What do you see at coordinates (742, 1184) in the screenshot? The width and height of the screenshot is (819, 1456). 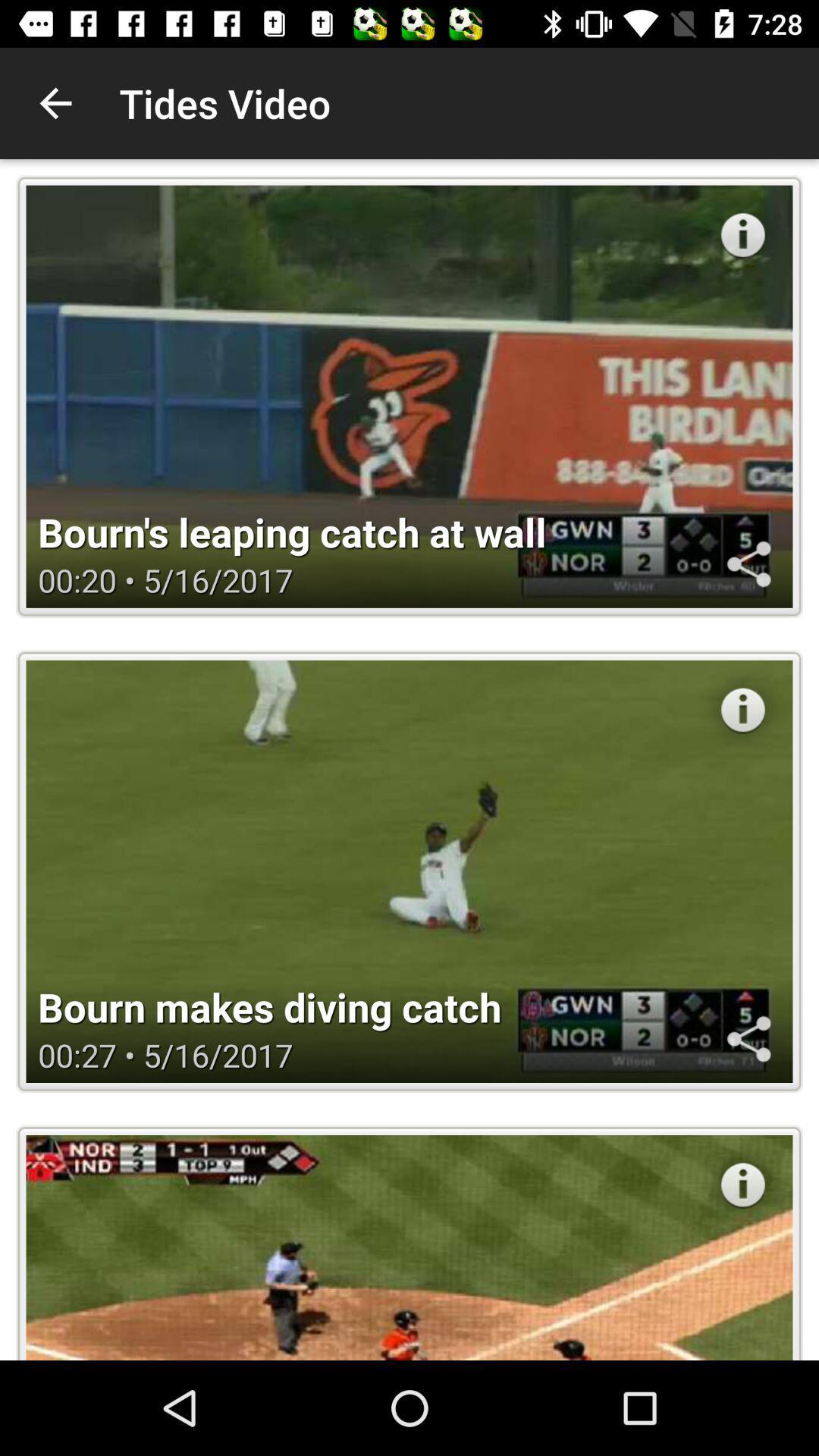 I see `information` at bounding box center [742, 1184].